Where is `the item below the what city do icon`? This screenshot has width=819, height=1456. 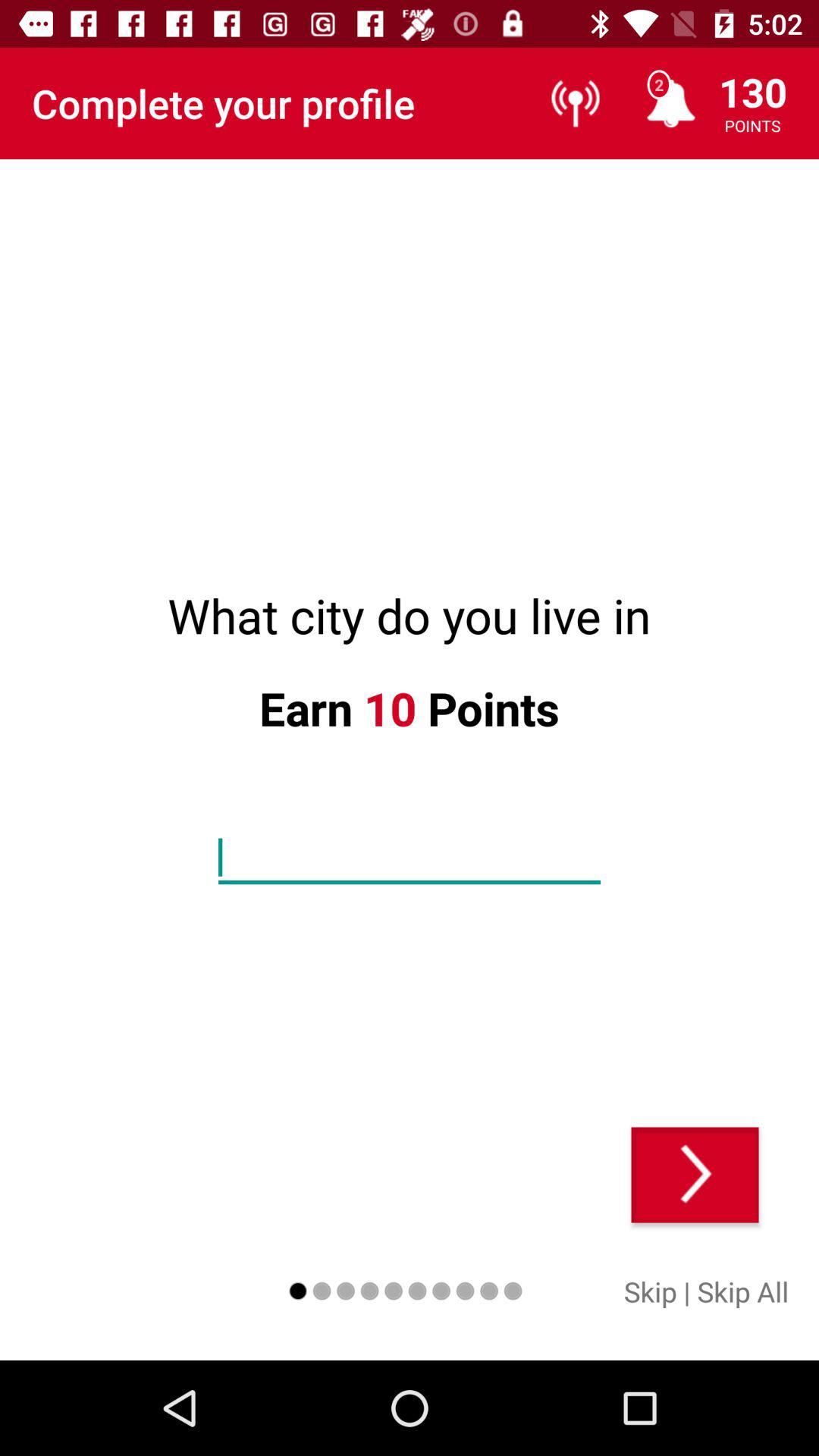 the item below the what city do icon is located at coordinates (695, 1174).